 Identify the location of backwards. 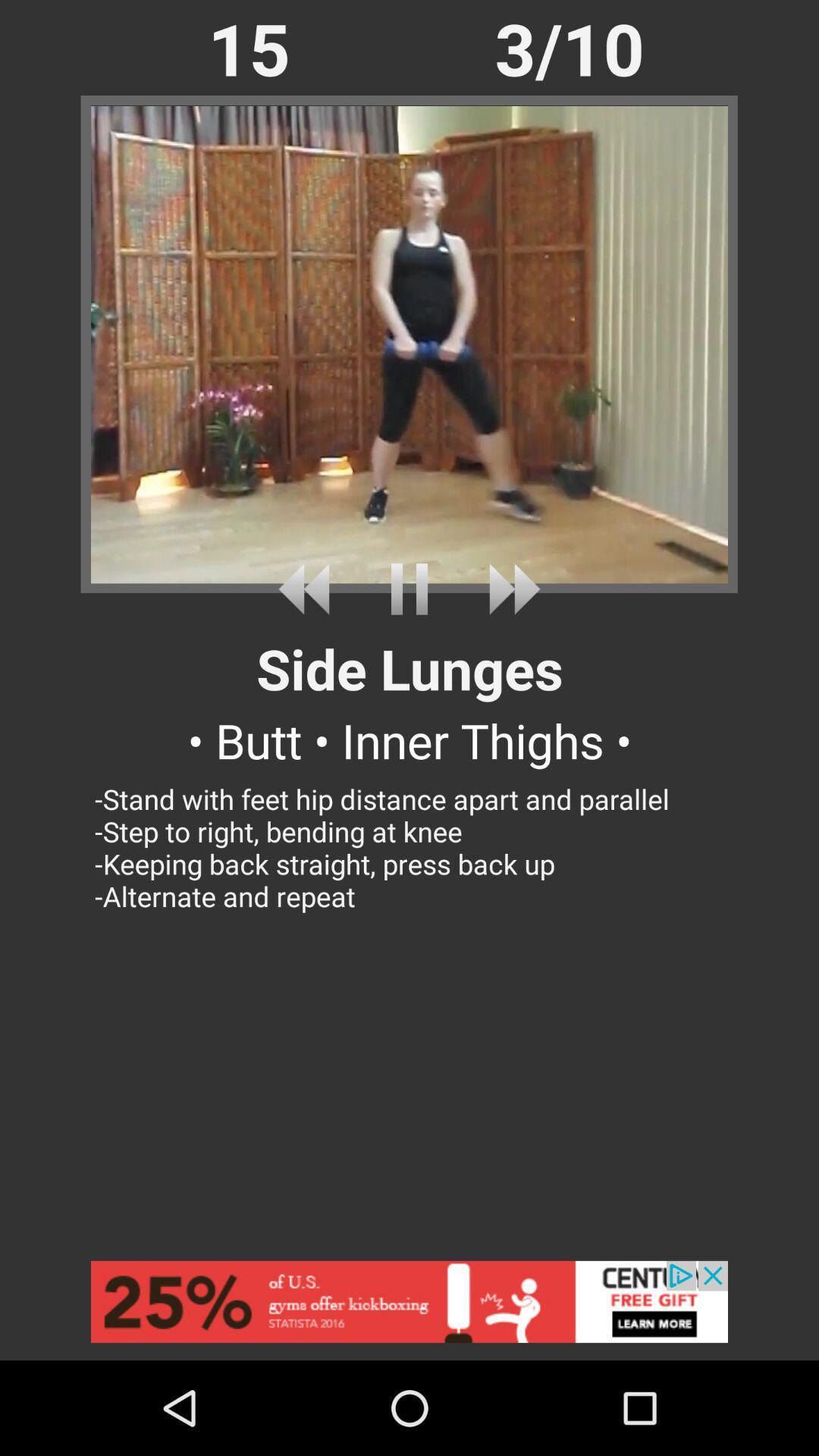
(309, 588).